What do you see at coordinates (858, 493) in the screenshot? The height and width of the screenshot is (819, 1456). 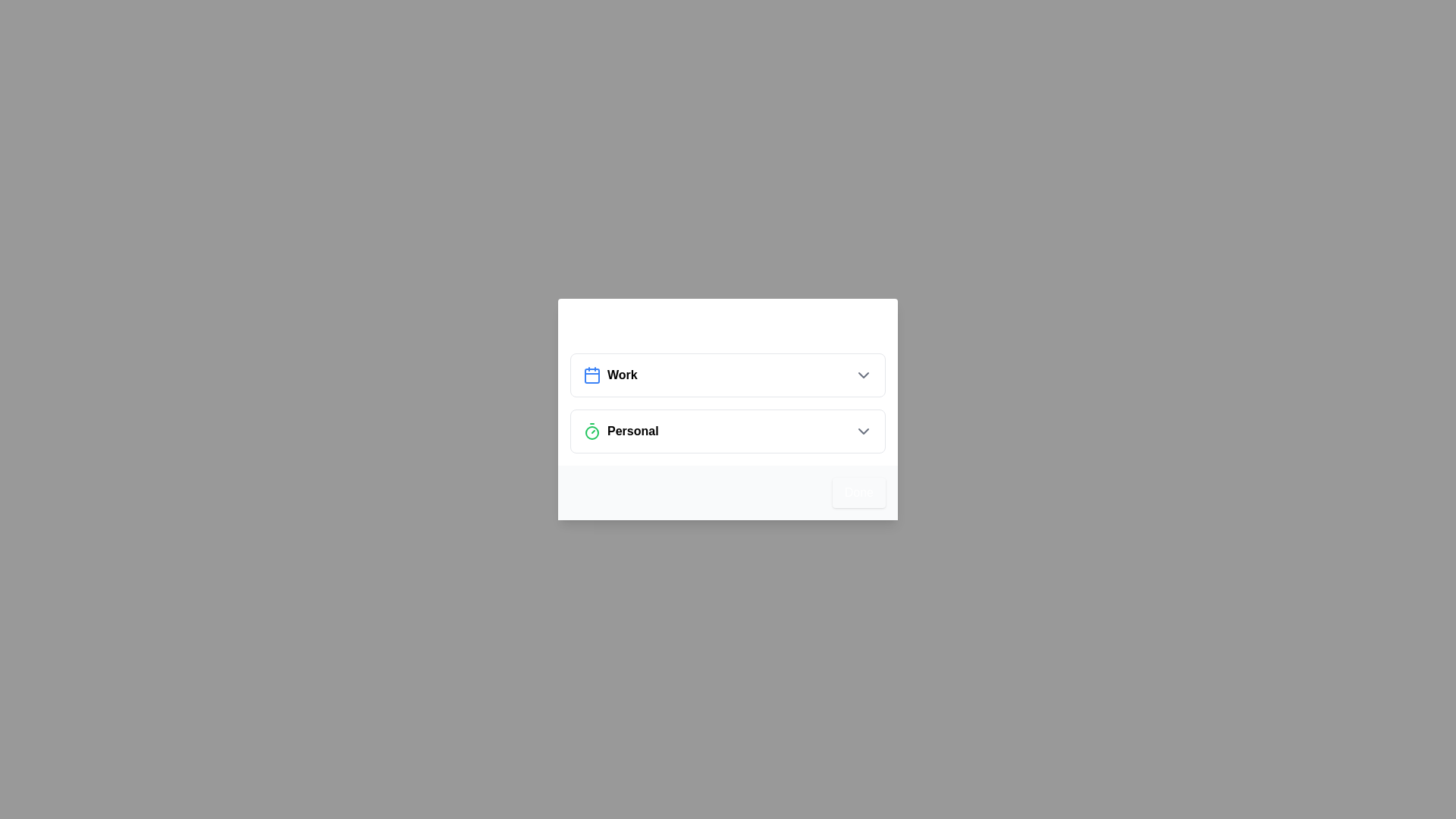 I see `'Done' button to confirm the selection` at bounding box center [858, 493].